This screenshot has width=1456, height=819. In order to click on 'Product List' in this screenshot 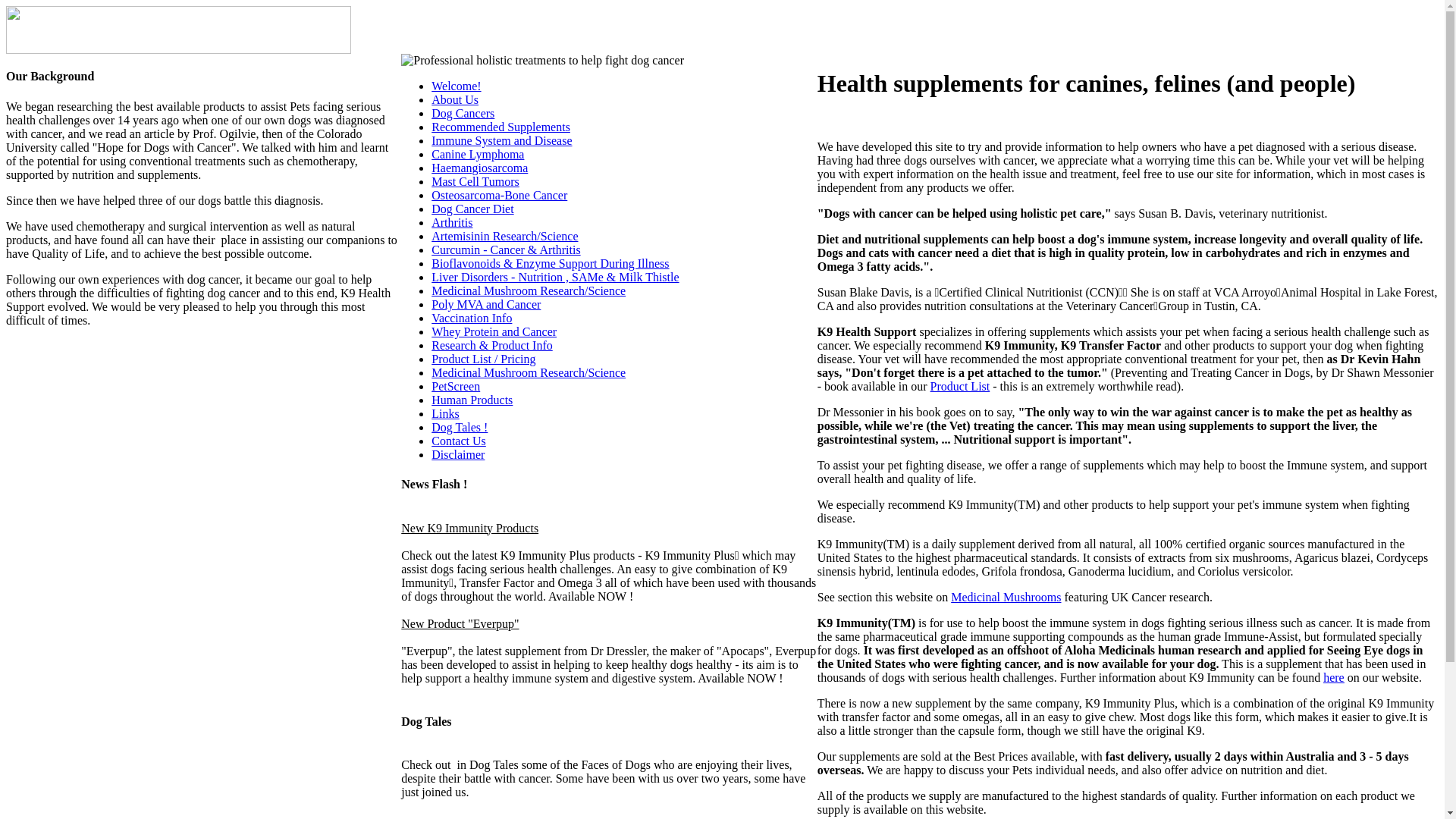, I will do `click(959, 385)`.